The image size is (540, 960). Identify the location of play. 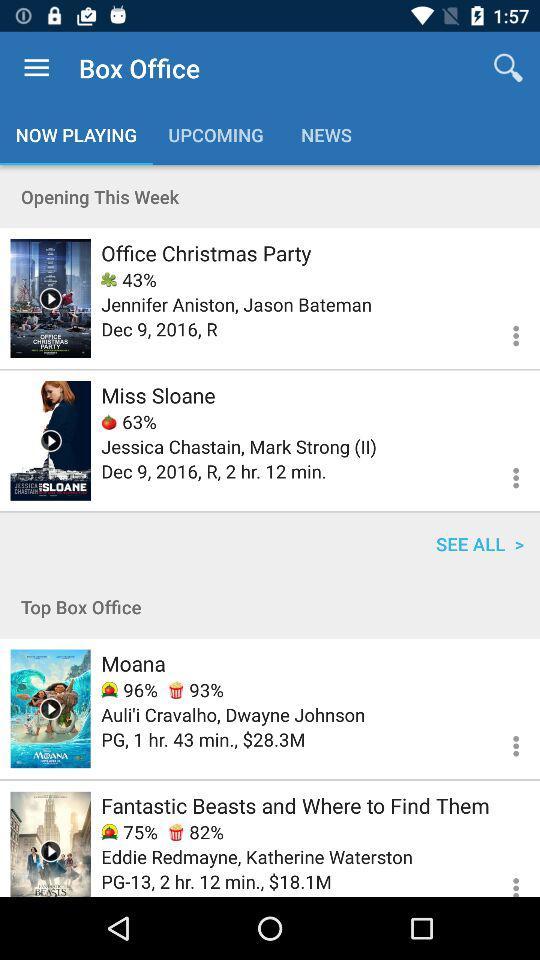
(50, 440).